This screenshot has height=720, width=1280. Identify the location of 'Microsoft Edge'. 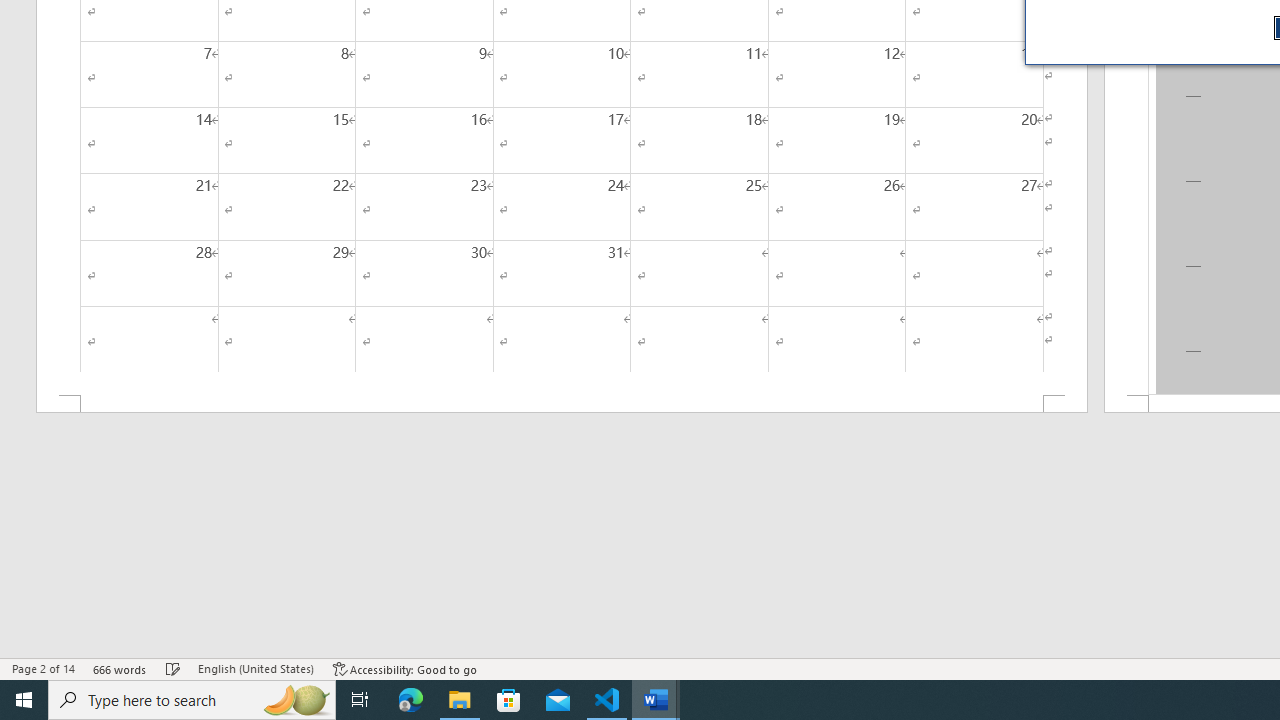
(410, 698).